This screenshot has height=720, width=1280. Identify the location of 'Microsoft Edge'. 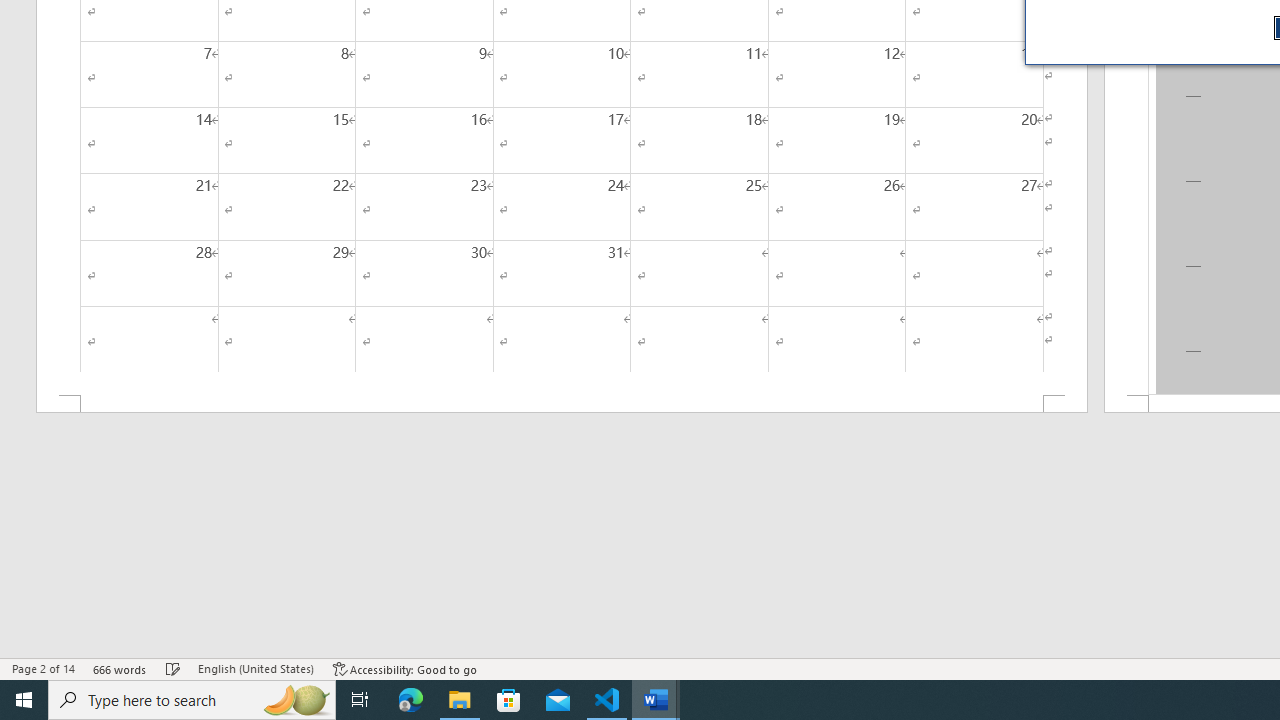
(410, 698).